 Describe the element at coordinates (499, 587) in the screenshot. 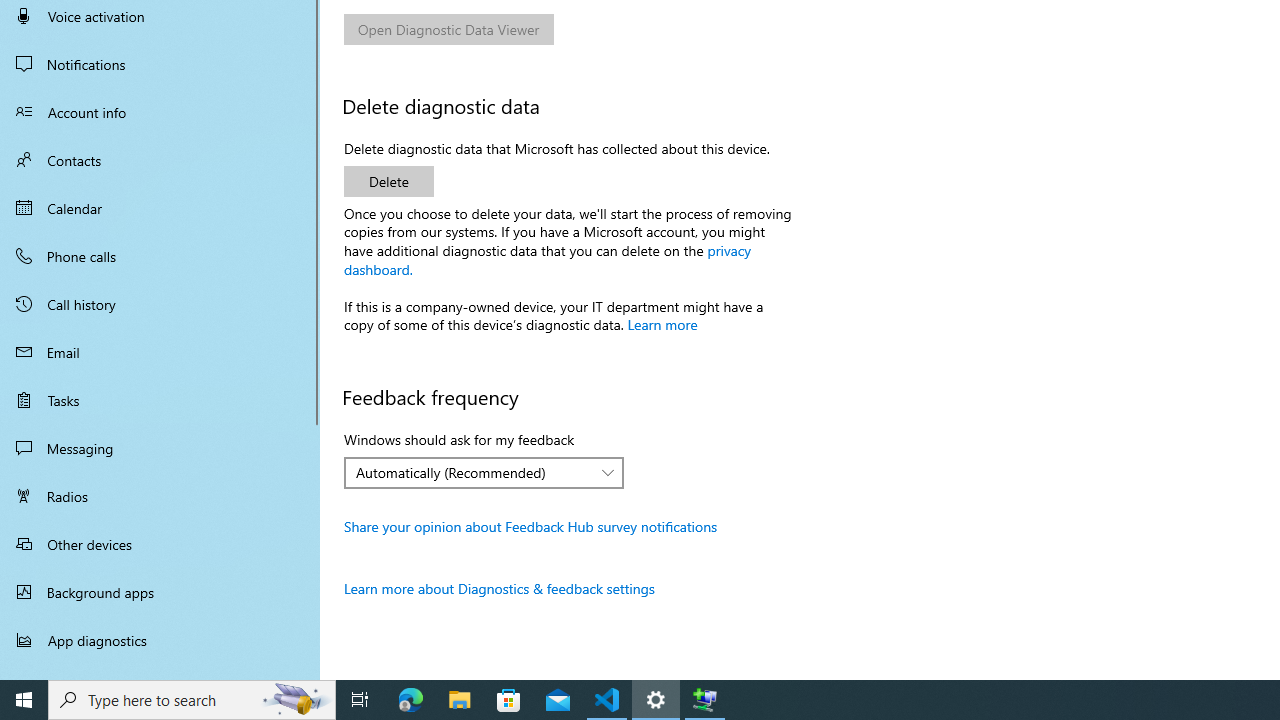

I see `'Learn more about Diagnostics & feedback settings'` at that location.